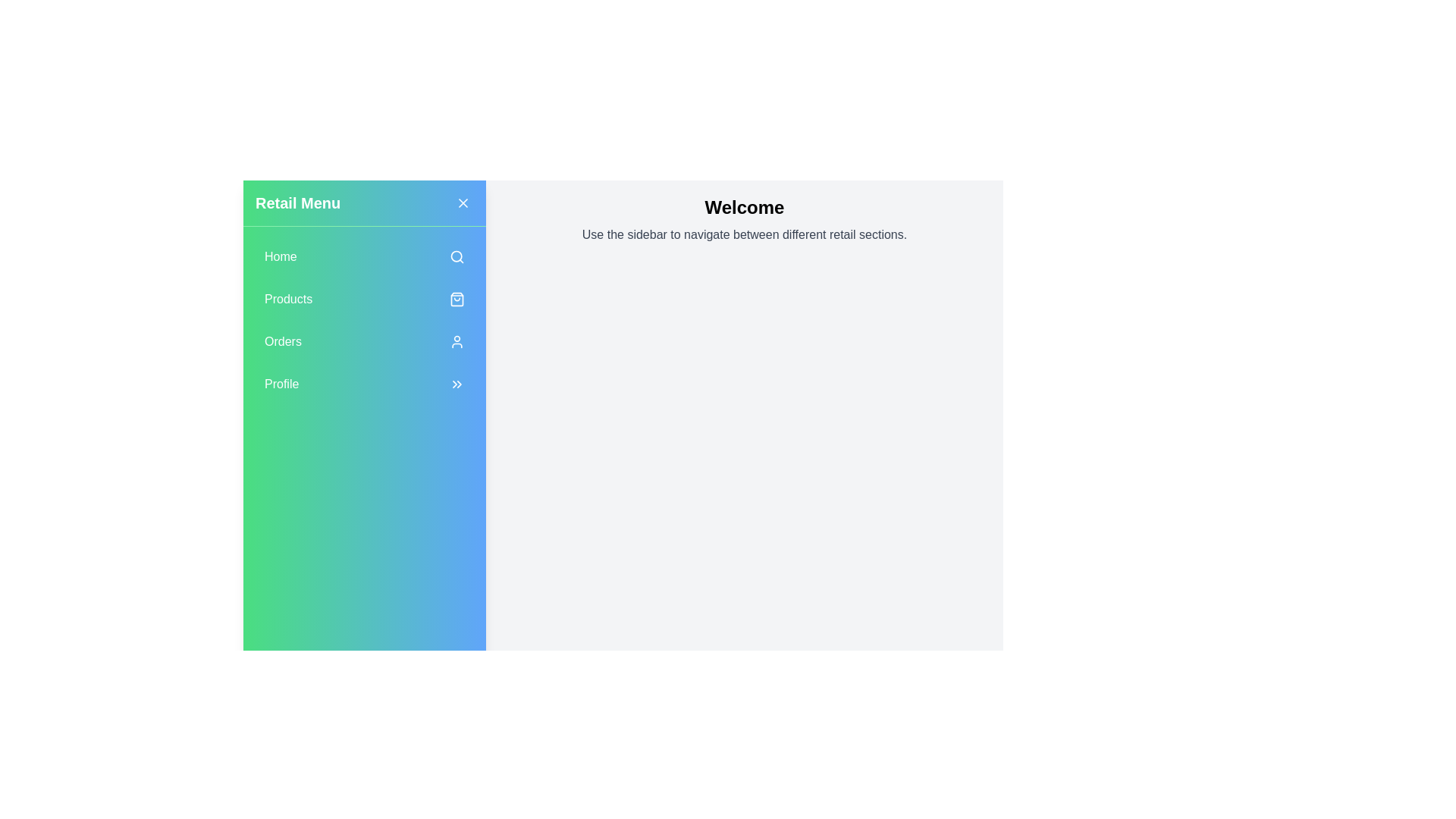 The width and height of the screenshot is (1456, 819). Describe the element at coordinates (457, 256) in the screenshot. I see `the magnifying glass icon located to the right of the 'Home' option in the sidebar menu labeled 'Retail Menu'` at that location.